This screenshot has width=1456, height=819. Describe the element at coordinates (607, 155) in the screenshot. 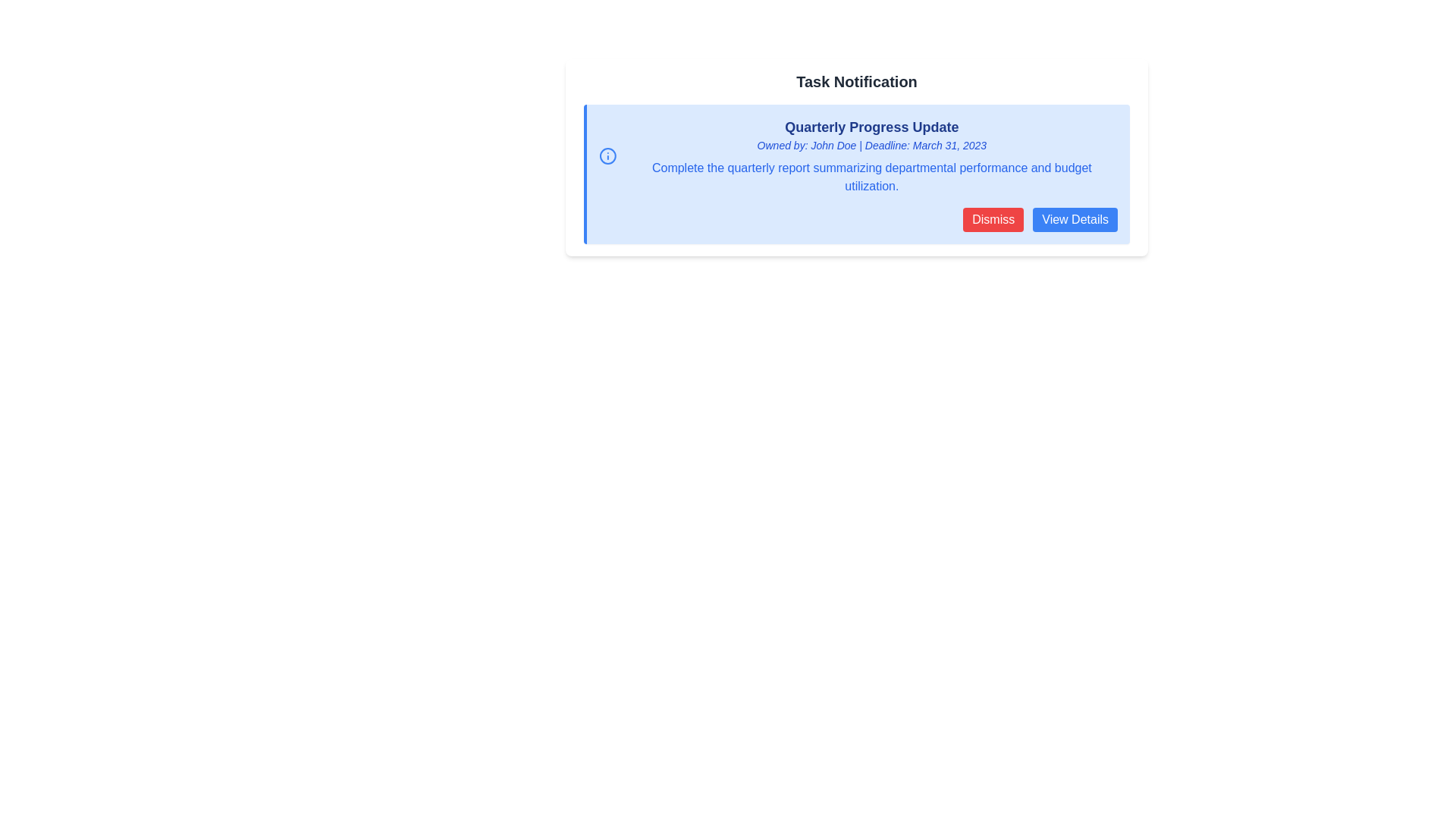

I see `the icon located on the left side within the blue section titled 'Quarterly Progress Update', which serves as a visual indicator for the content it accompanies` at that location.